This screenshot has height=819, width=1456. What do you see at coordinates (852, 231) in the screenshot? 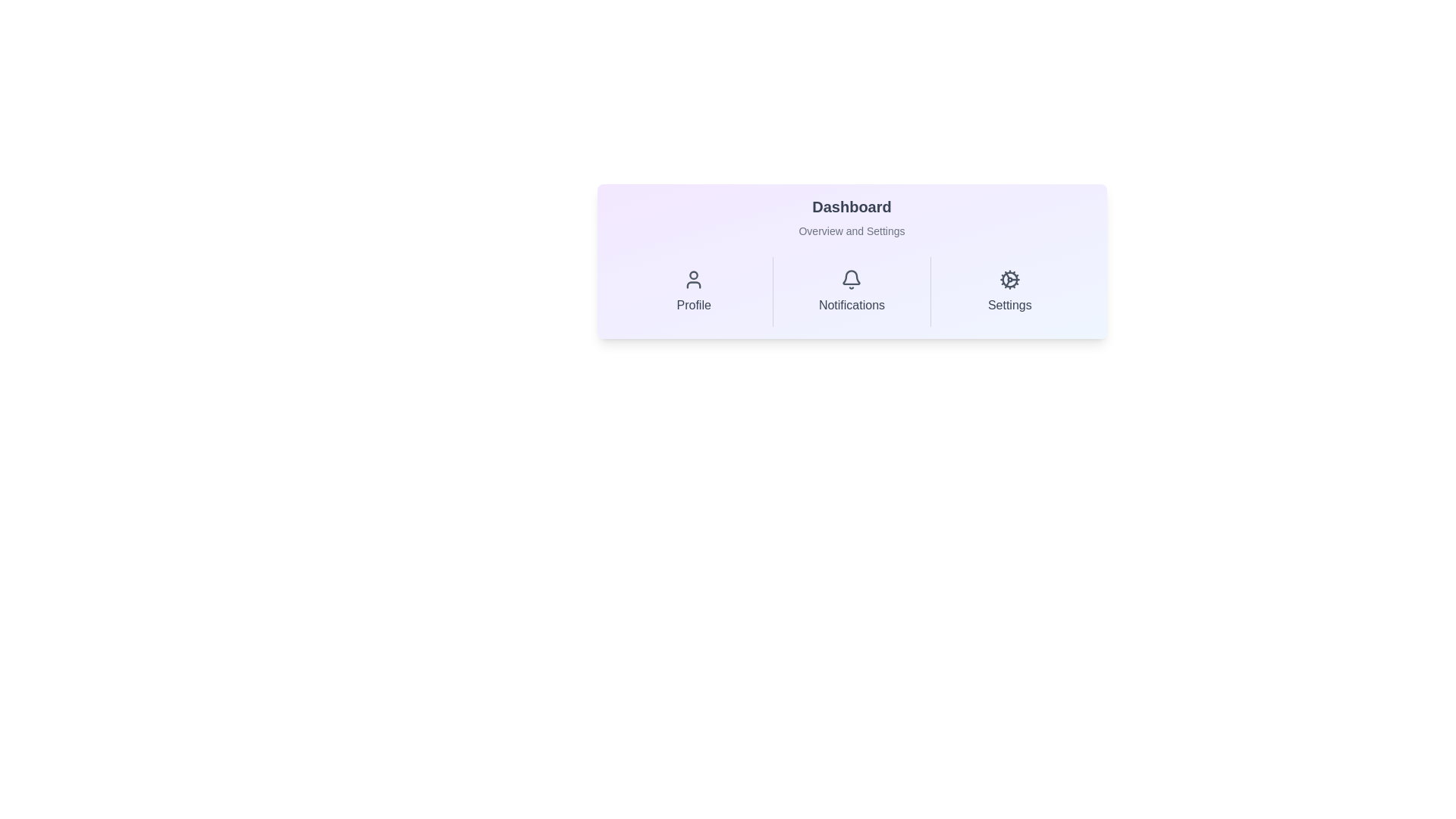
I see `the text element displaying 'Overview and Settings', which is located below the 'Dashboard' title` at bounding box center [852, 231].